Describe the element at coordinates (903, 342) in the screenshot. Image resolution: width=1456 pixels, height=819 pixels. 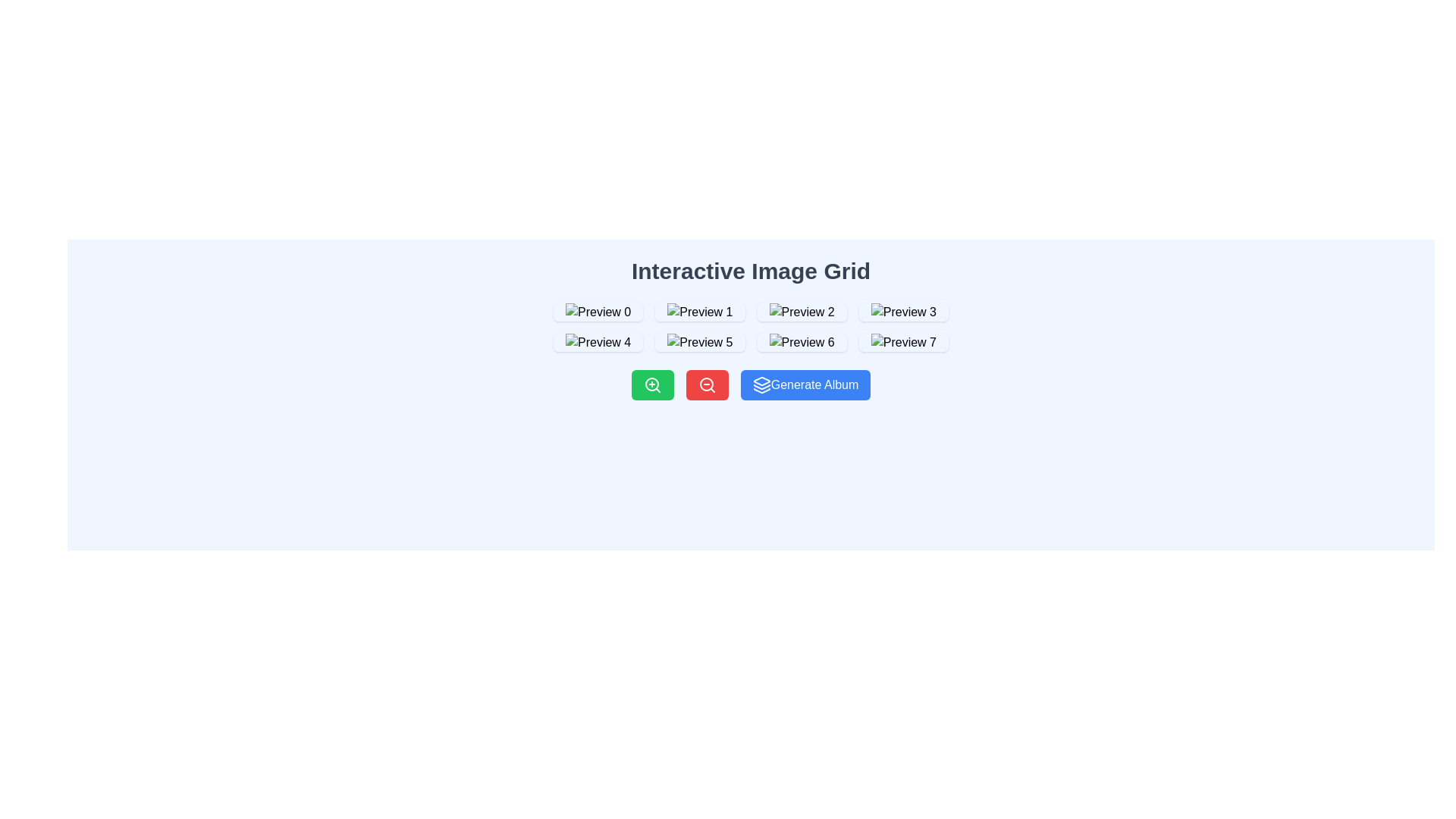
I see `the Interactive grid item with the text 'Preview 7' located in the bottom row of the grid layout, specifically in the rightmost column` at that location.